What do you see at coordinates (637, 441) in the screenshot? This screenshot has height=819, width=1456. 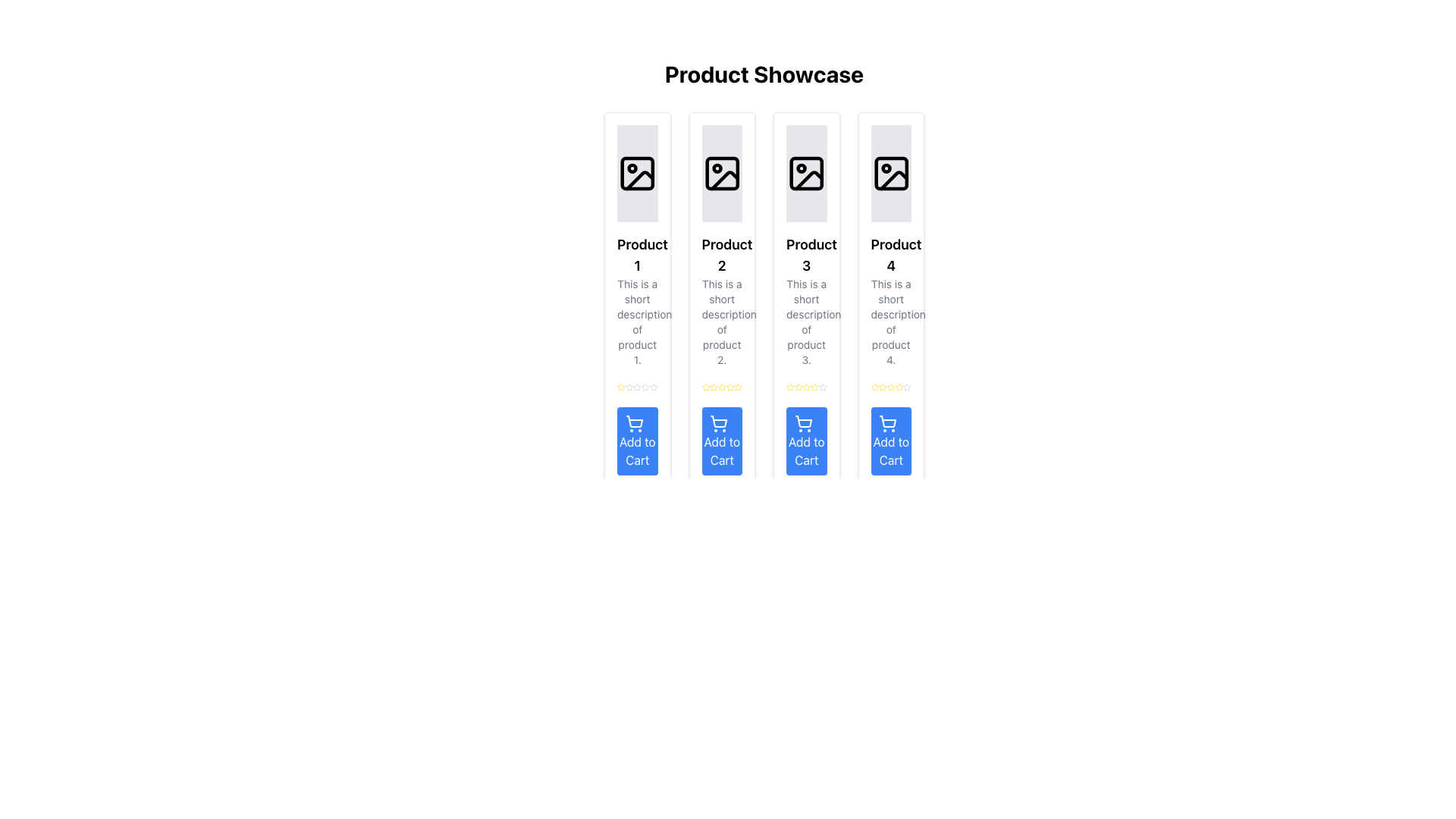 I see `the 'Add to Cart' button, which has a blue background, rounded corners, and white text, located at the bottom of the tile for 'Product 1'` at bounding box center [637, 441].